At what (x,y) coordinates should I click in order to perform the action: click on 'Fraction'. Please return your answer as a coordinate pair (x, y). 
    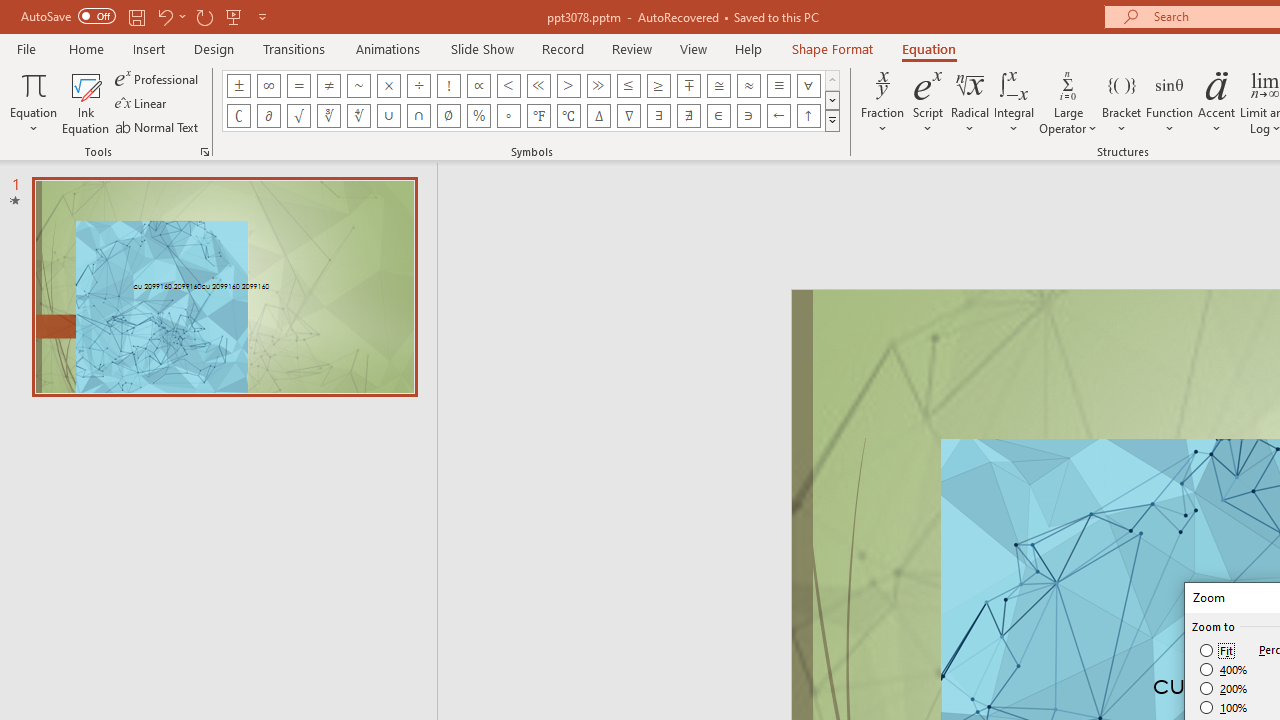
    Looking at the image, I should click on (882, 103).